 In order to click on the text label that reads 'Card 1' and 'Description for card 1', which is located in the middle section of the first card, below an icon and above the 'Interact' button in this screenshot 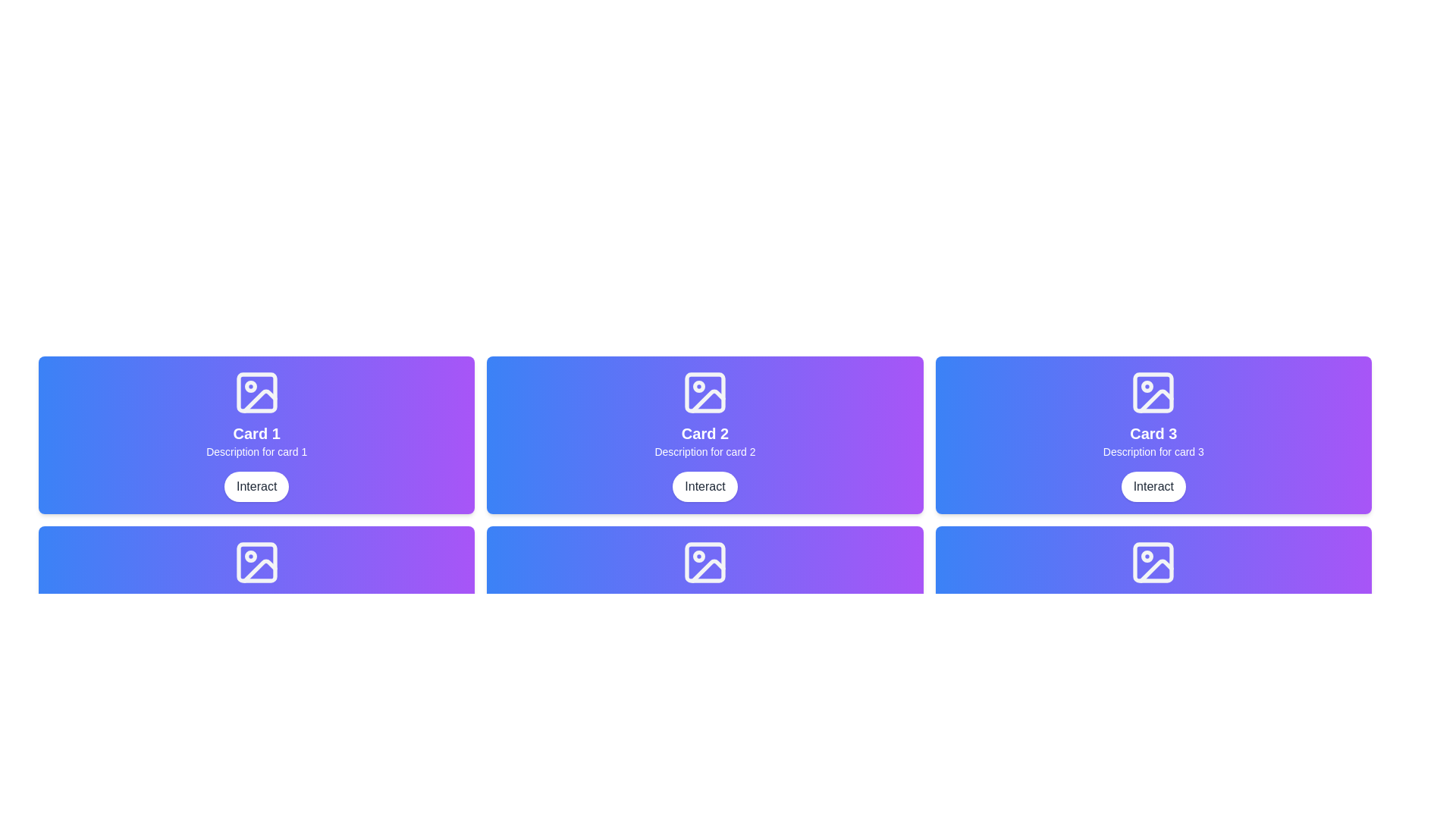, I will do `click(256, 441)`.